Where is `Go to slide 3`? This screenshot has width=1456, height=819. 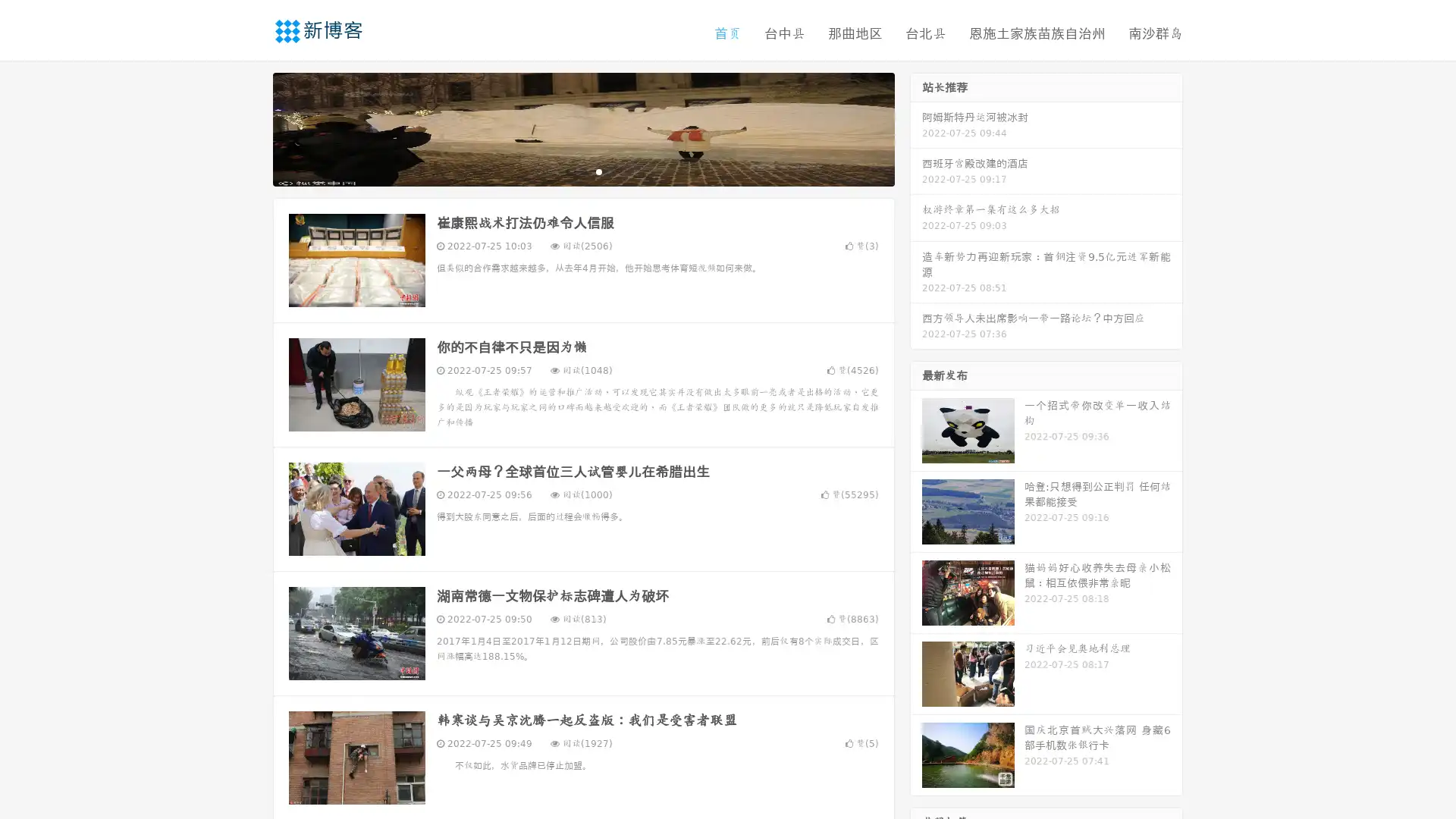 Go to slide 3 is located at coordinates (598, 171).